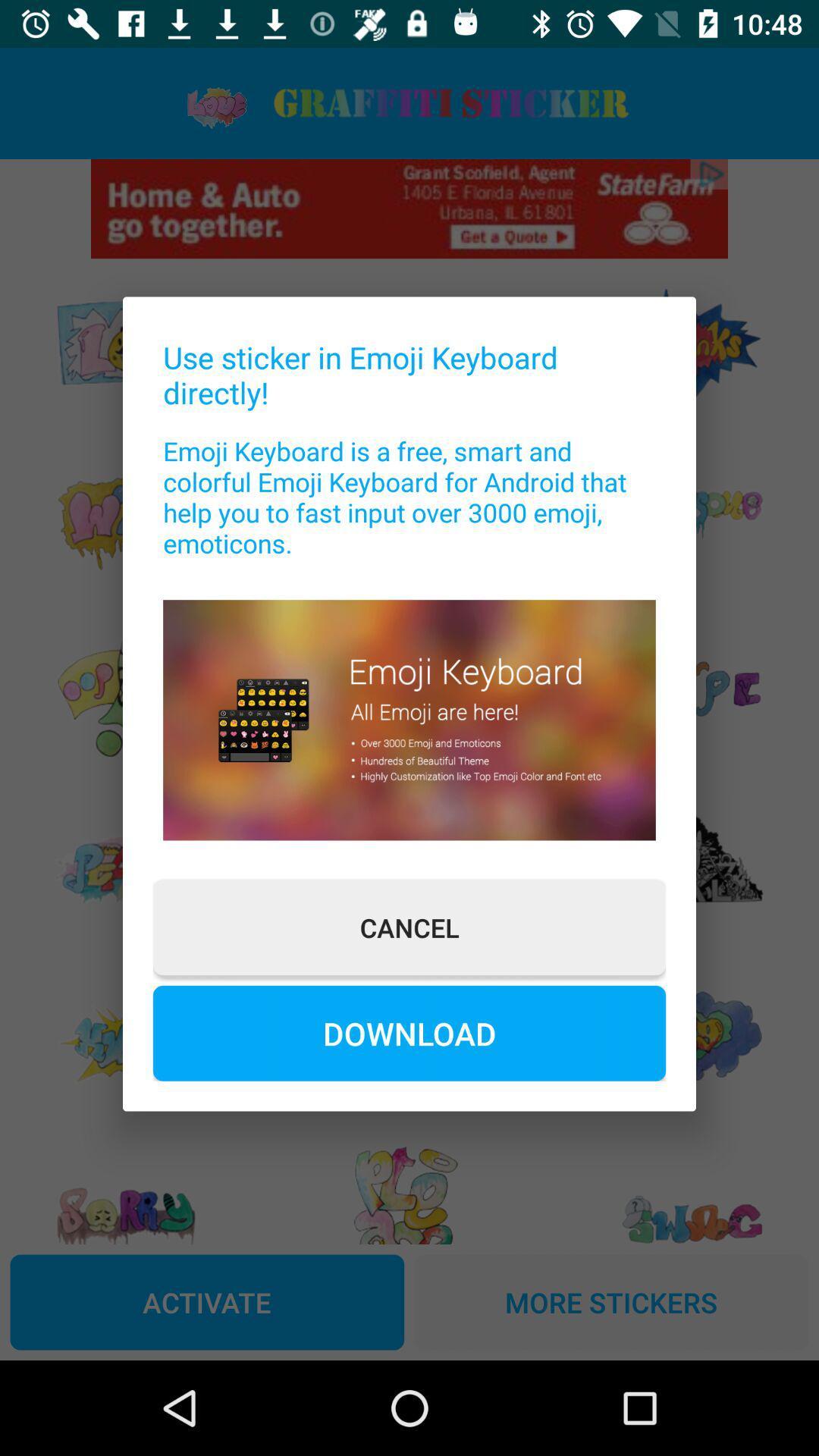 The height and width of the screenshot is (1456, 819). I want to click on download button, so click(409, 1032).